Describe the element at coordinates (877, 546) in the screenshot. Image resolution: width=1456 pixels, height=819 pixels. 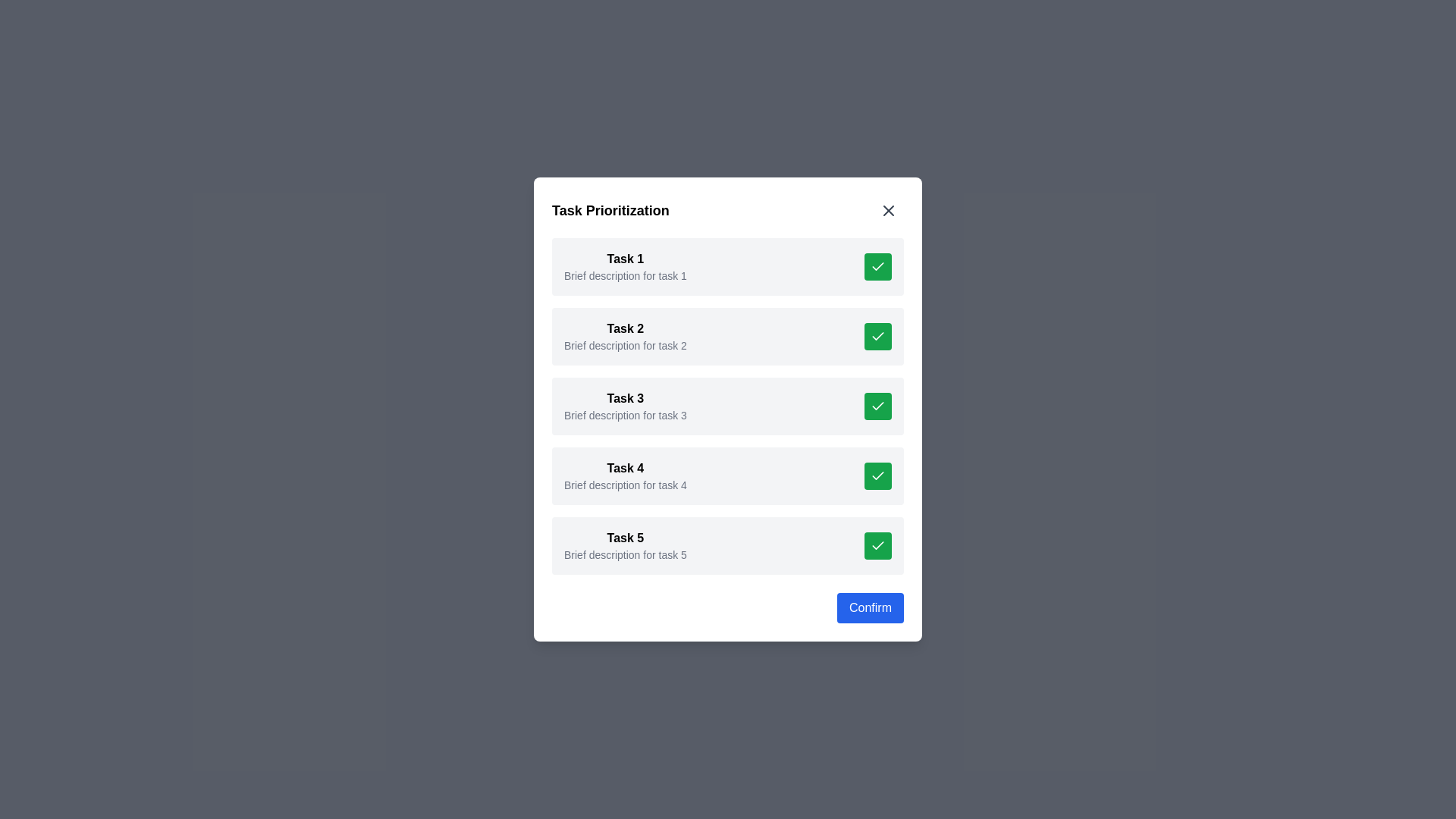
I see `the green checkmark icon at the bottom-most row of the task list` at that location.